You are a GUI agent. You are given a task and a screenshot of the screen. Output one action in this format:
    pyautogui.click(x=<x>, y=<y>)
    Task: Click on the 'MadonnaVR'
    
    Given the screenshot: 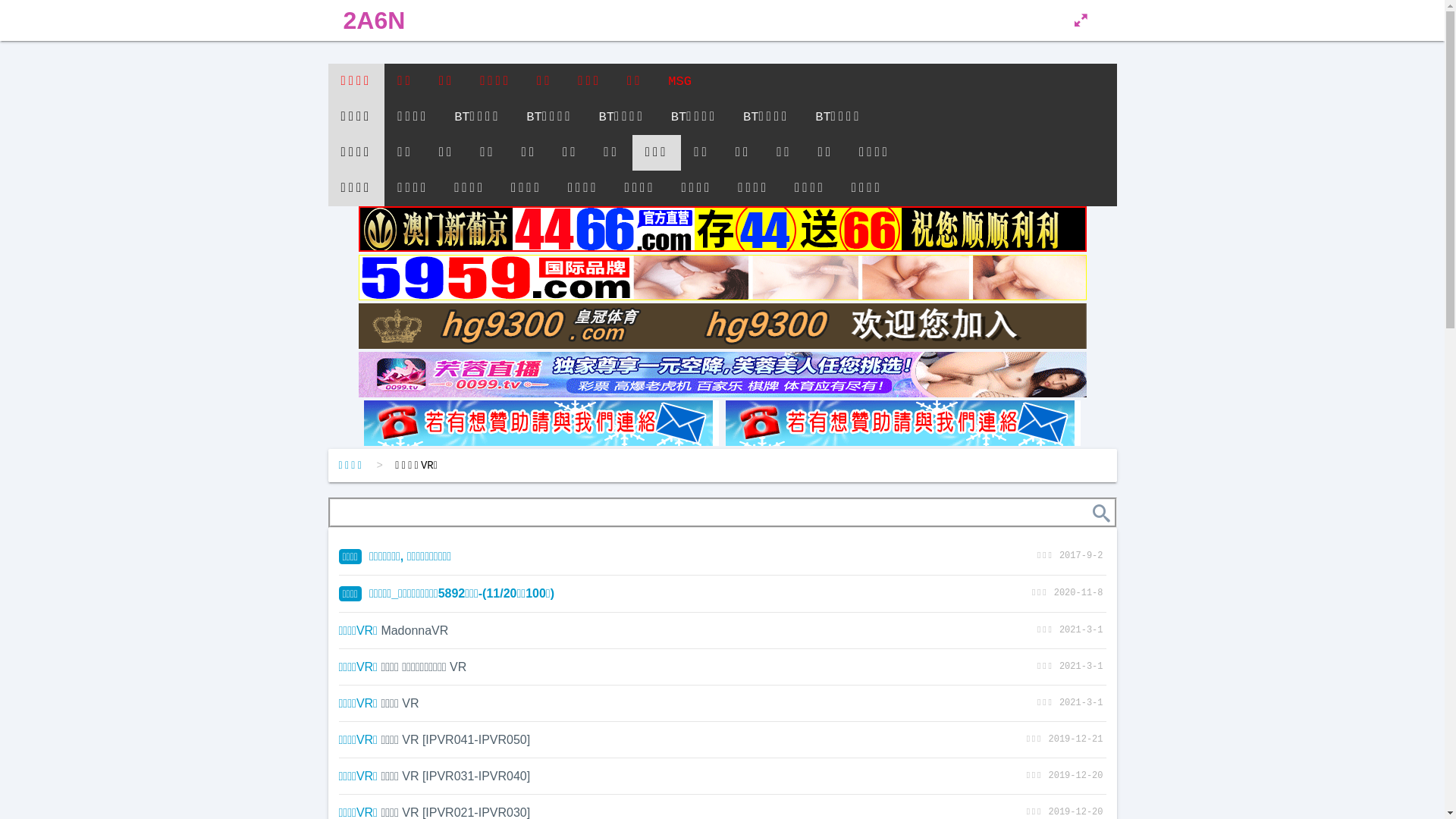 What is the action you would take?
    pyautogui.click(x=381, y=630)
    